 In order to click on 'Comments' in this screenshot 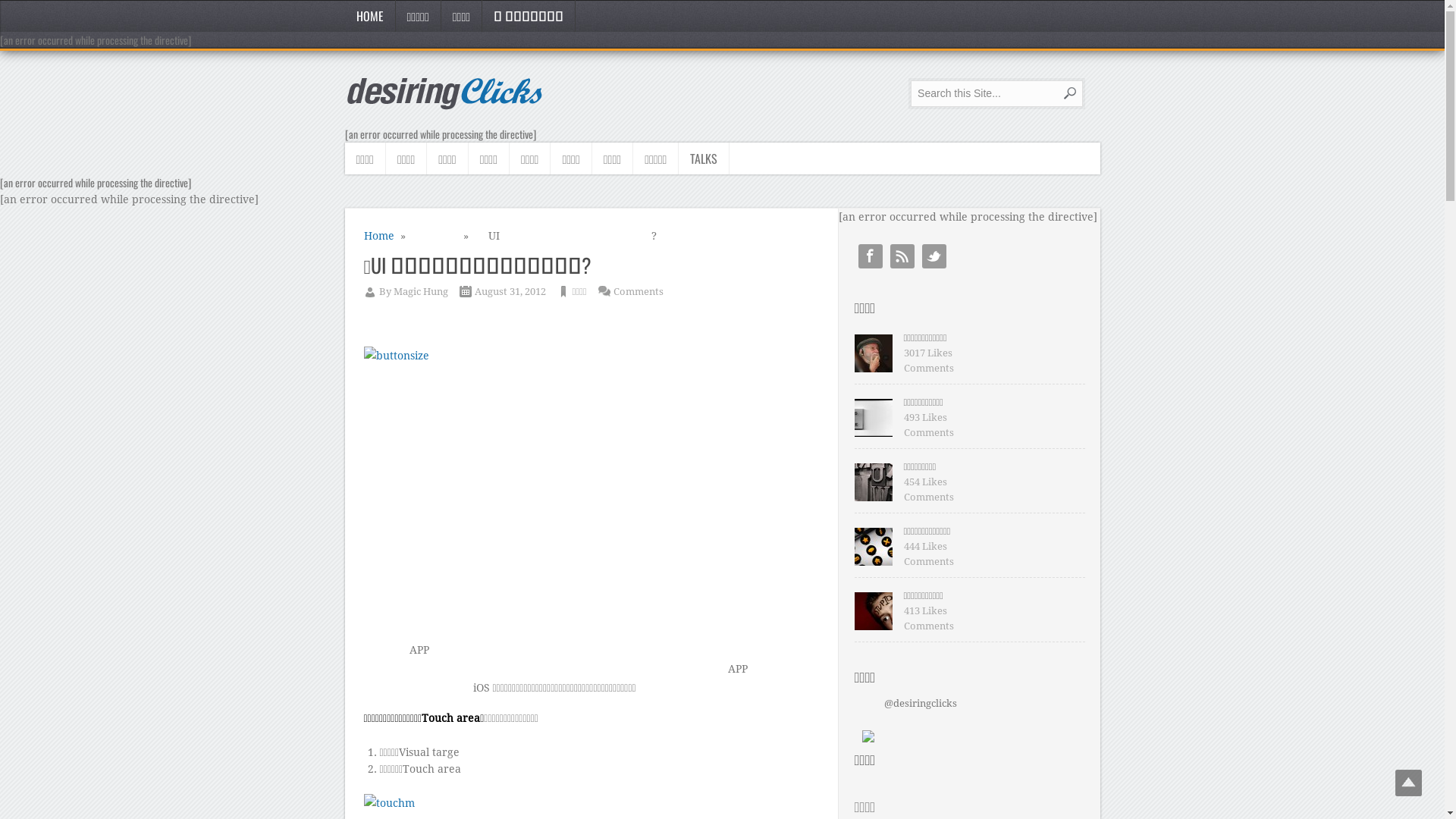, I will do `click(637, 291)`.